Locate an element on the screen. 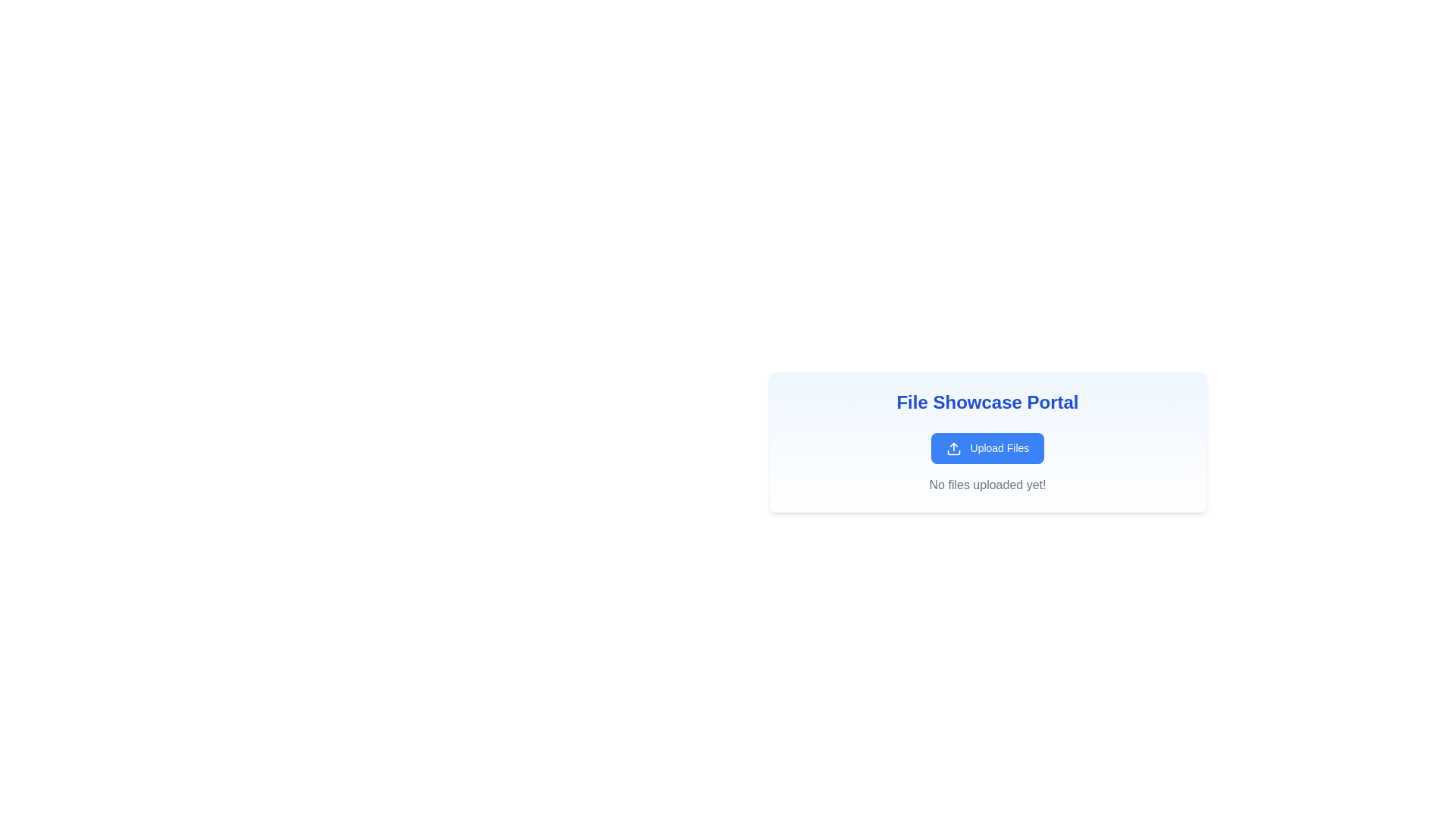 This screenshot has height=819, width=1456. the blue button labeled 'Upload Files' which contains the upload icon positioned to its left is located at coordinates (952, 448).